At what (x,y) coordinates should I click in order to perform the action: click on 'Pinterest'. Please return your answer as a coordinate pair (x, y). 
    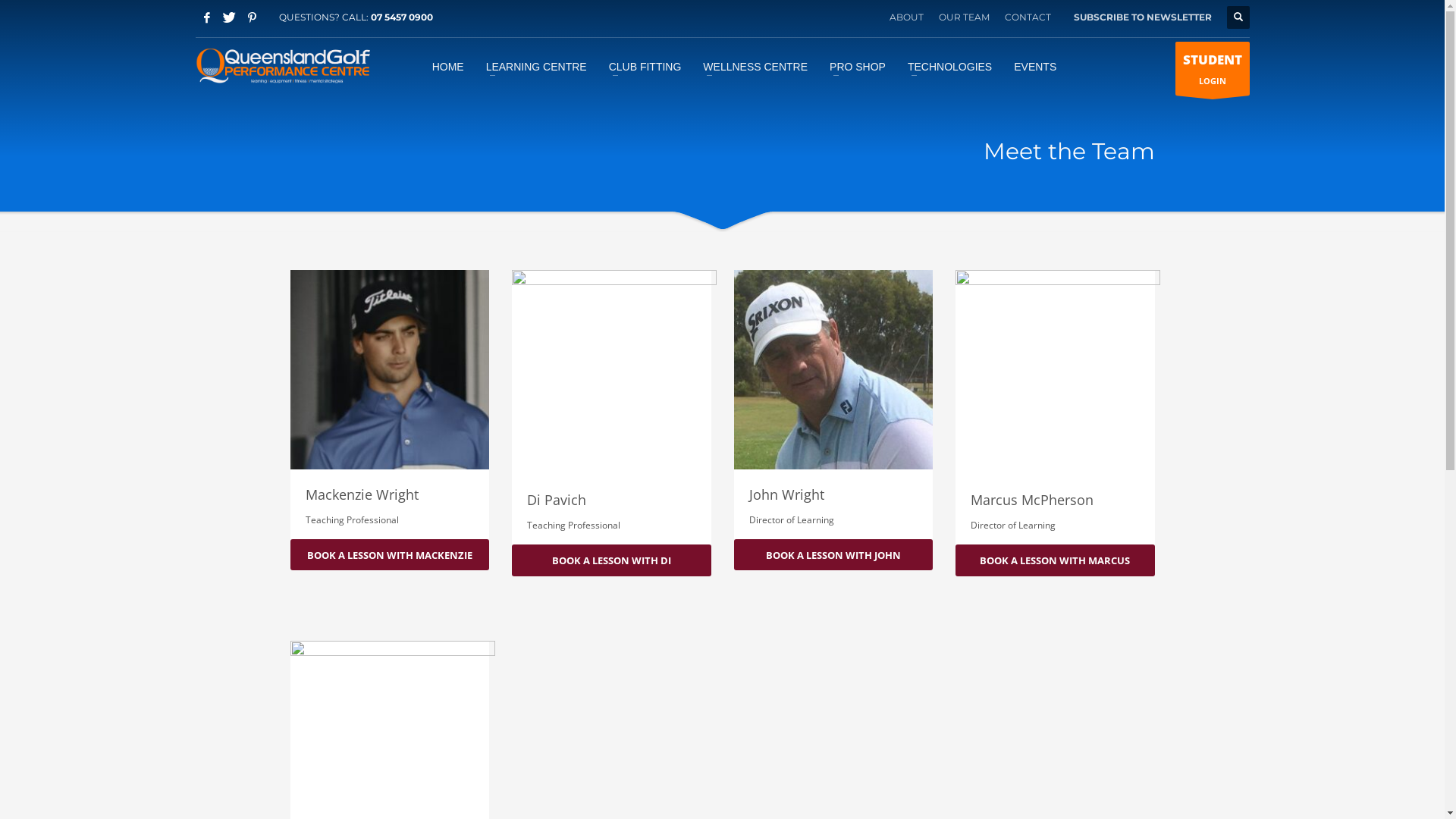
    Looking at the image, I should click on (252, 17).